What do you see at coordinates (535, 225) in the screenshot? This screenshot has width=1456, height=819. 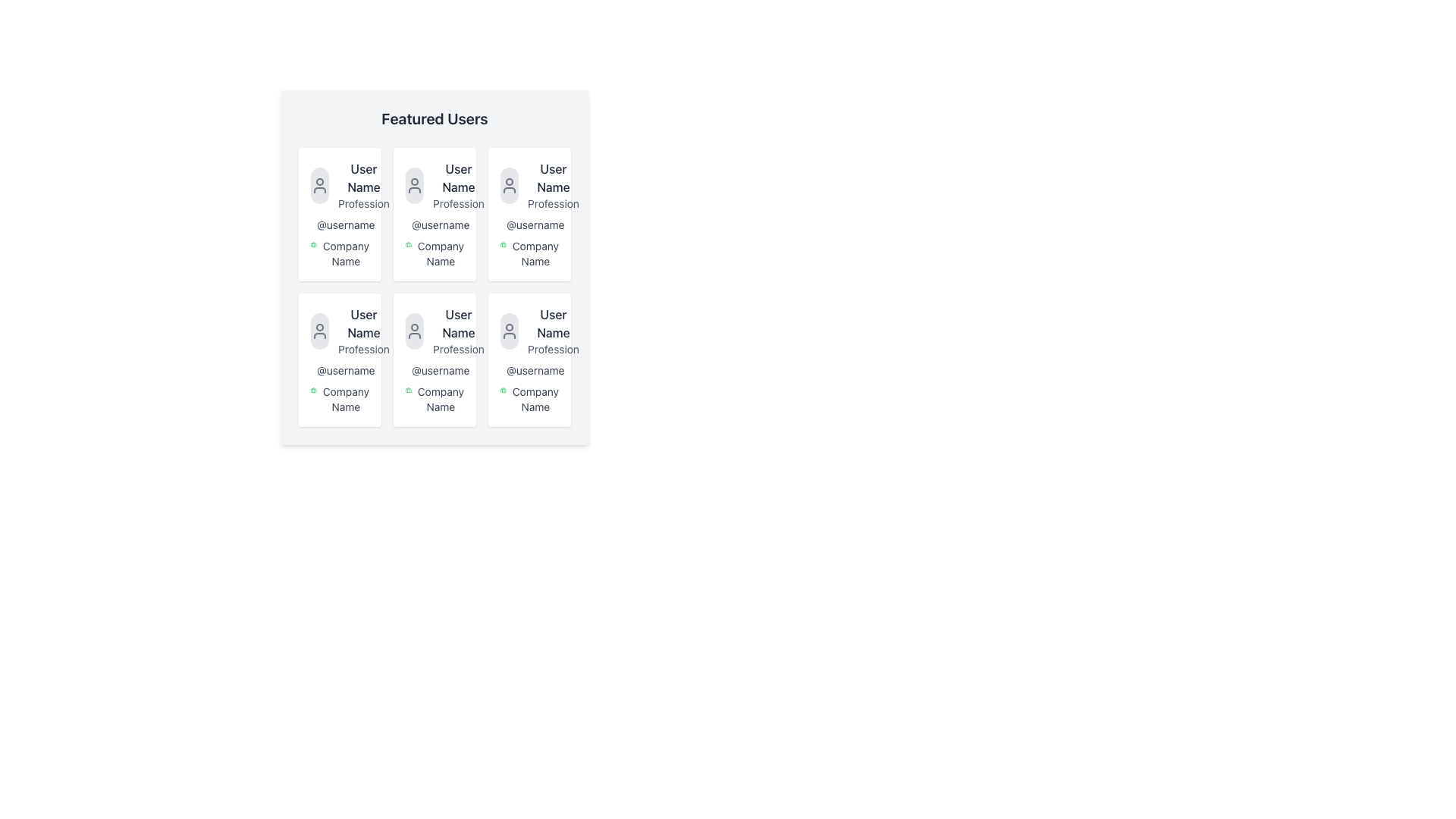 I see `the username text label located in the third card of the first row under the 'Featured Users' header, positioned below the 'User Name' label and above the 'Company Name' label` at bounding box center [535, 225].